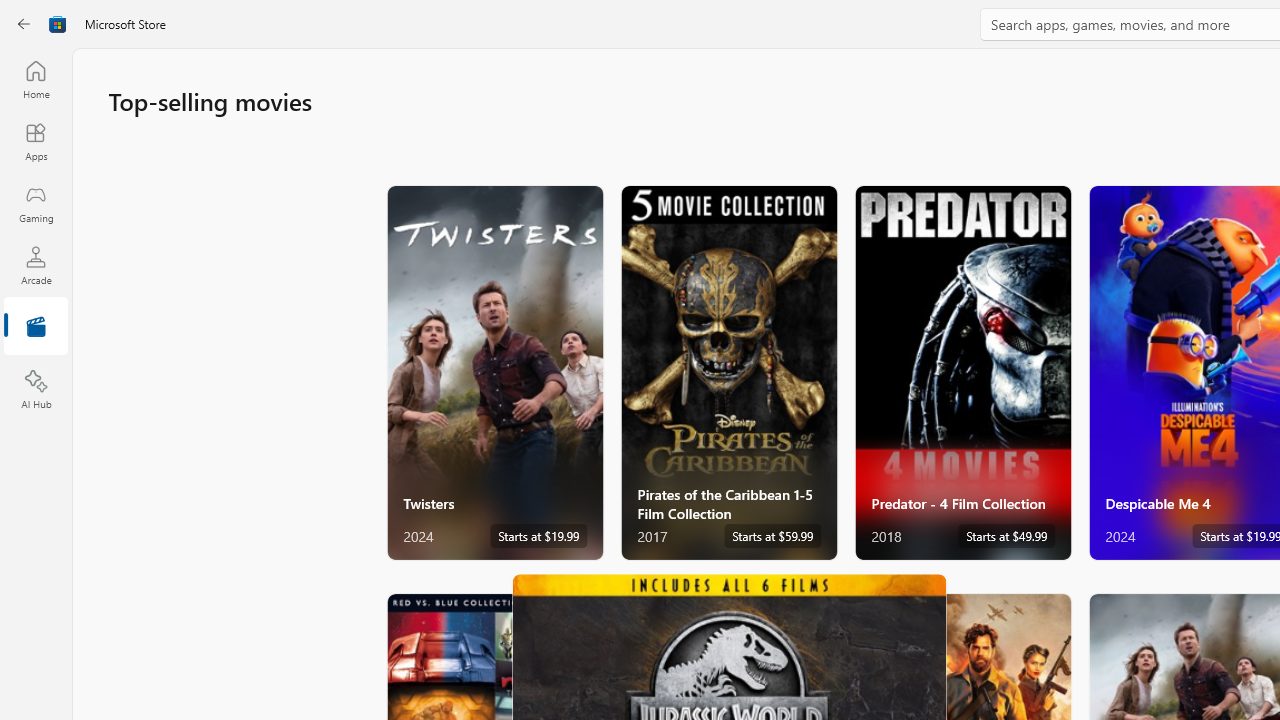 Image resolution: width=1280 pixels, height=720 pixels. Describe the element at coordinates (58, 24) in the screenshot. I see `'Class: Image'` at that location.